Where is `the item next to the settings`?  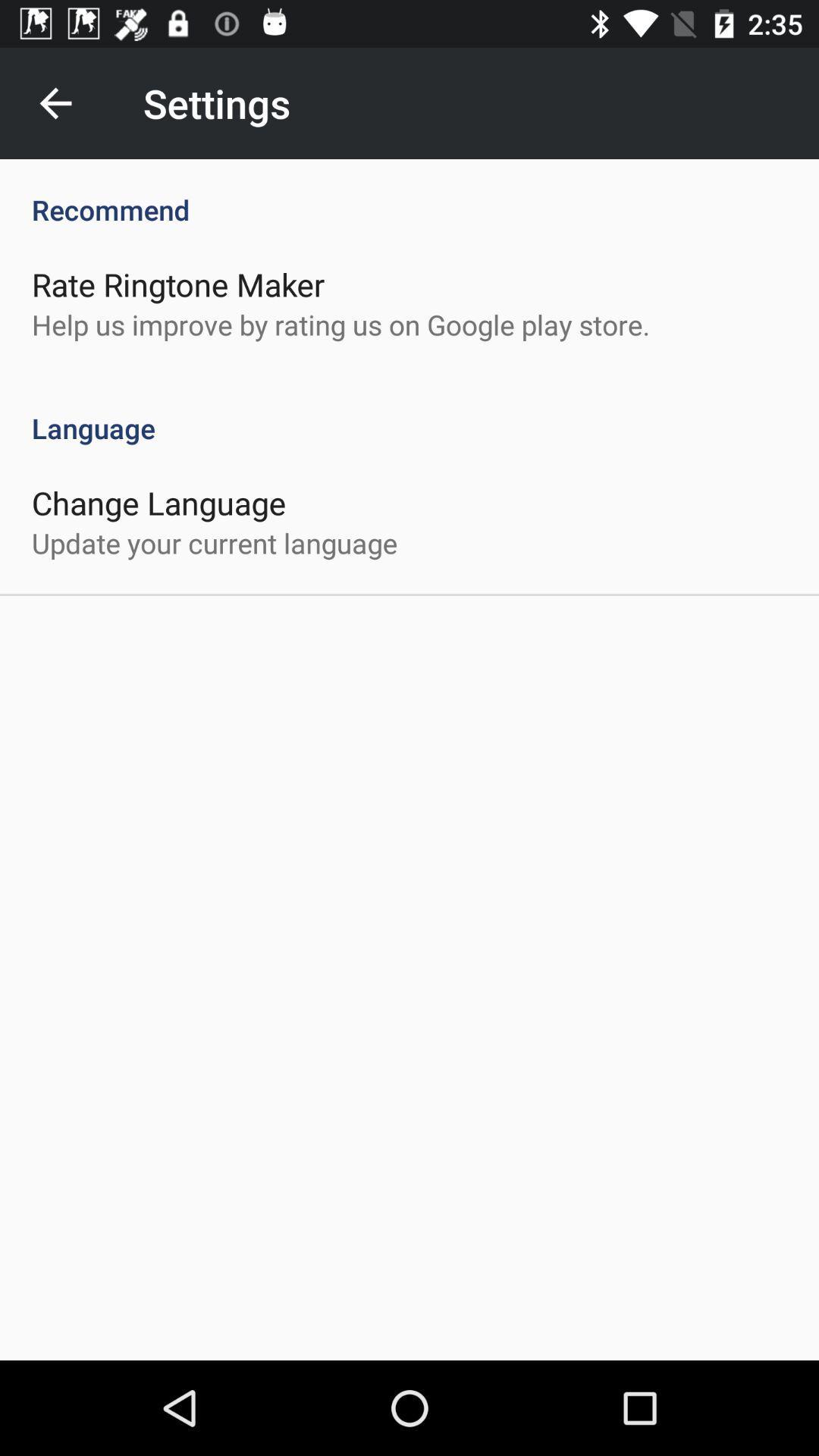
the item next to the settings is located at coordinates (55, 102).